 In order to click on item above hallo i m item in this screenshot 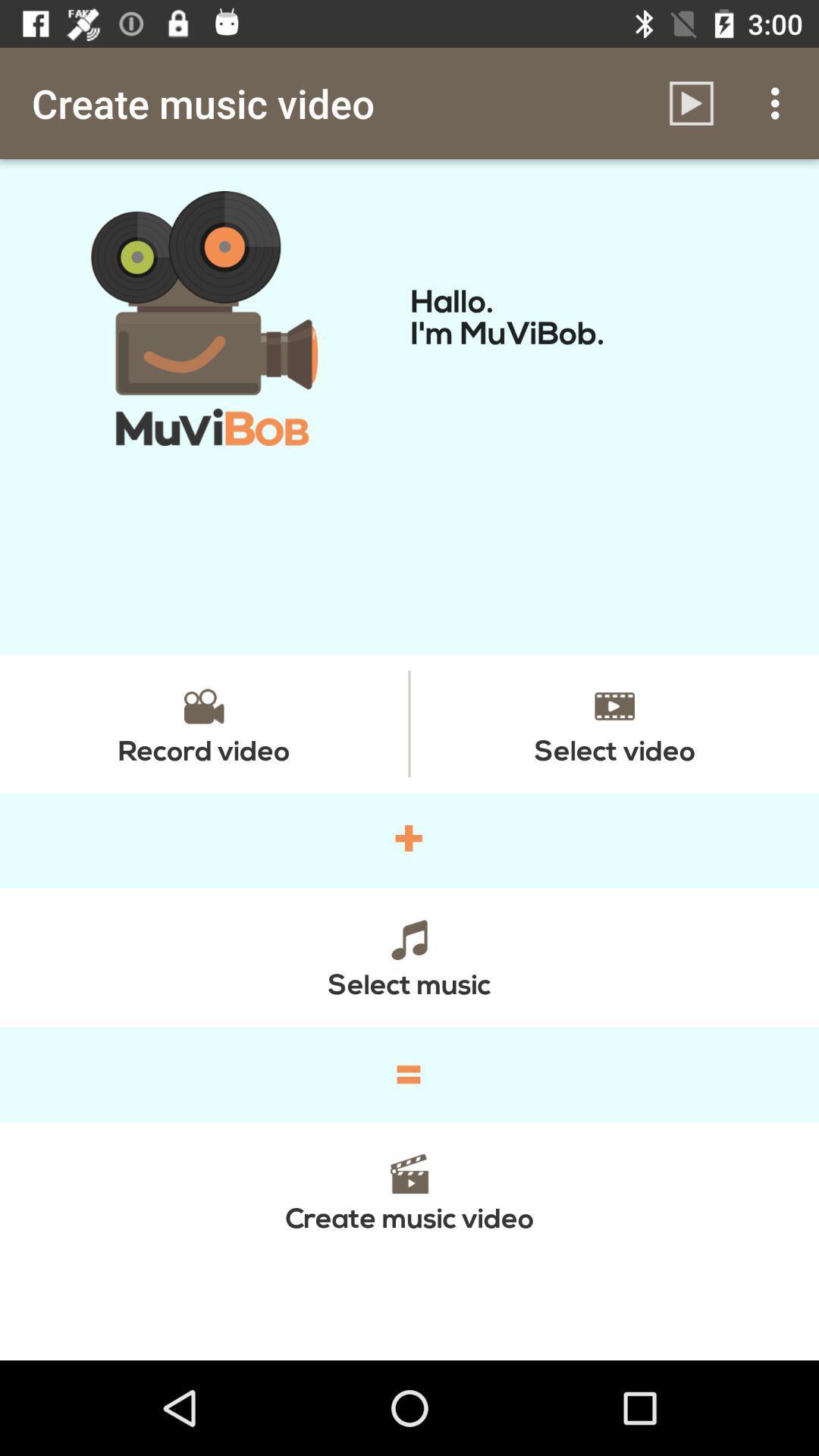, I will do `click(779, 102)`.